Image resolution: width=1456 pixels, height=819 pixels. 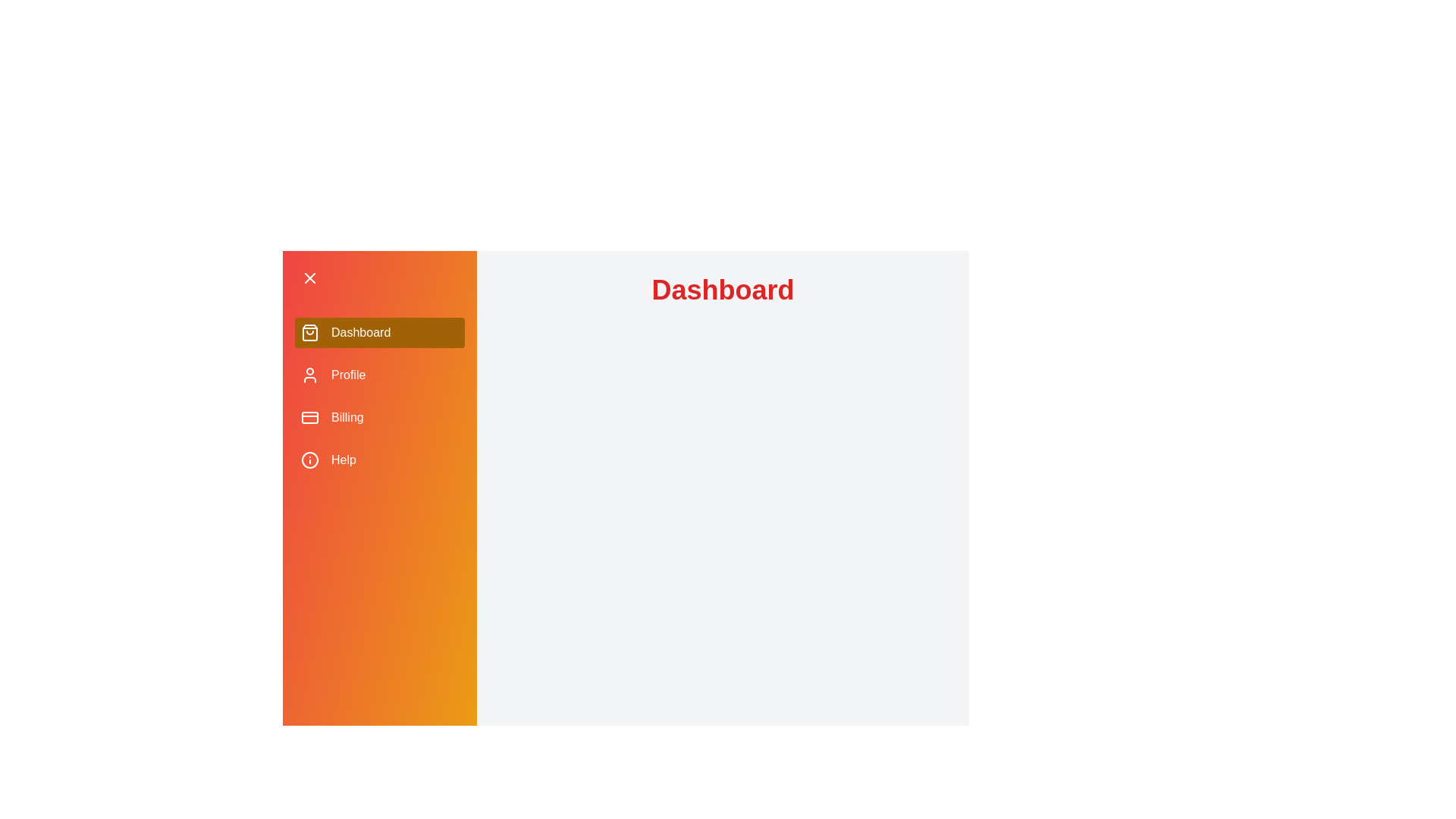 What do you see at coordinates (379, 375) in the screenshot?
I see `the menu item Profile to navigate to the corresponding section` at bounding box center [379, 375].